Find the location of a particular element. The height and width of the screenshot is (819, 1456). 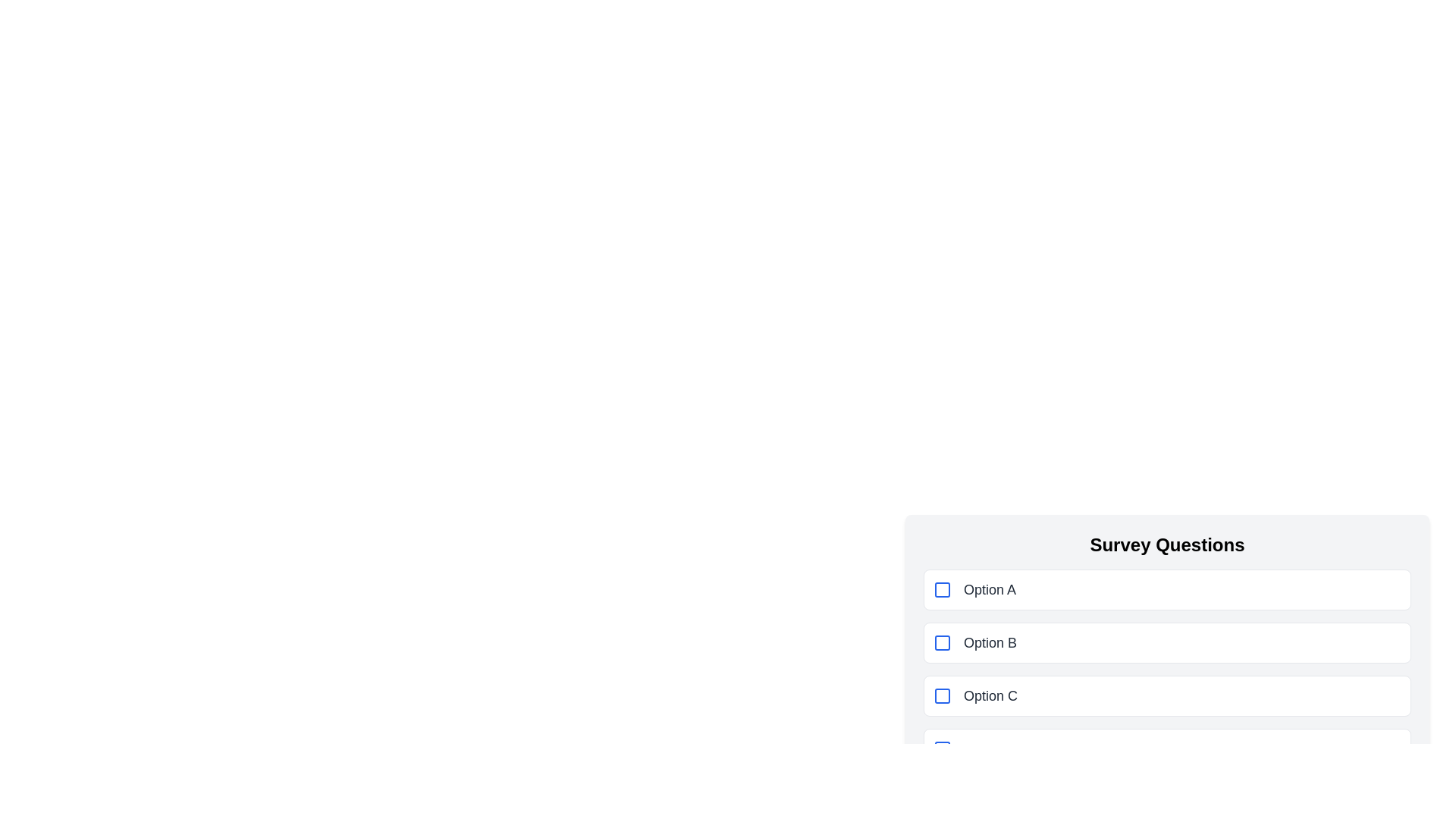

the first checkbox indicator is located at coordinates (942, 589).